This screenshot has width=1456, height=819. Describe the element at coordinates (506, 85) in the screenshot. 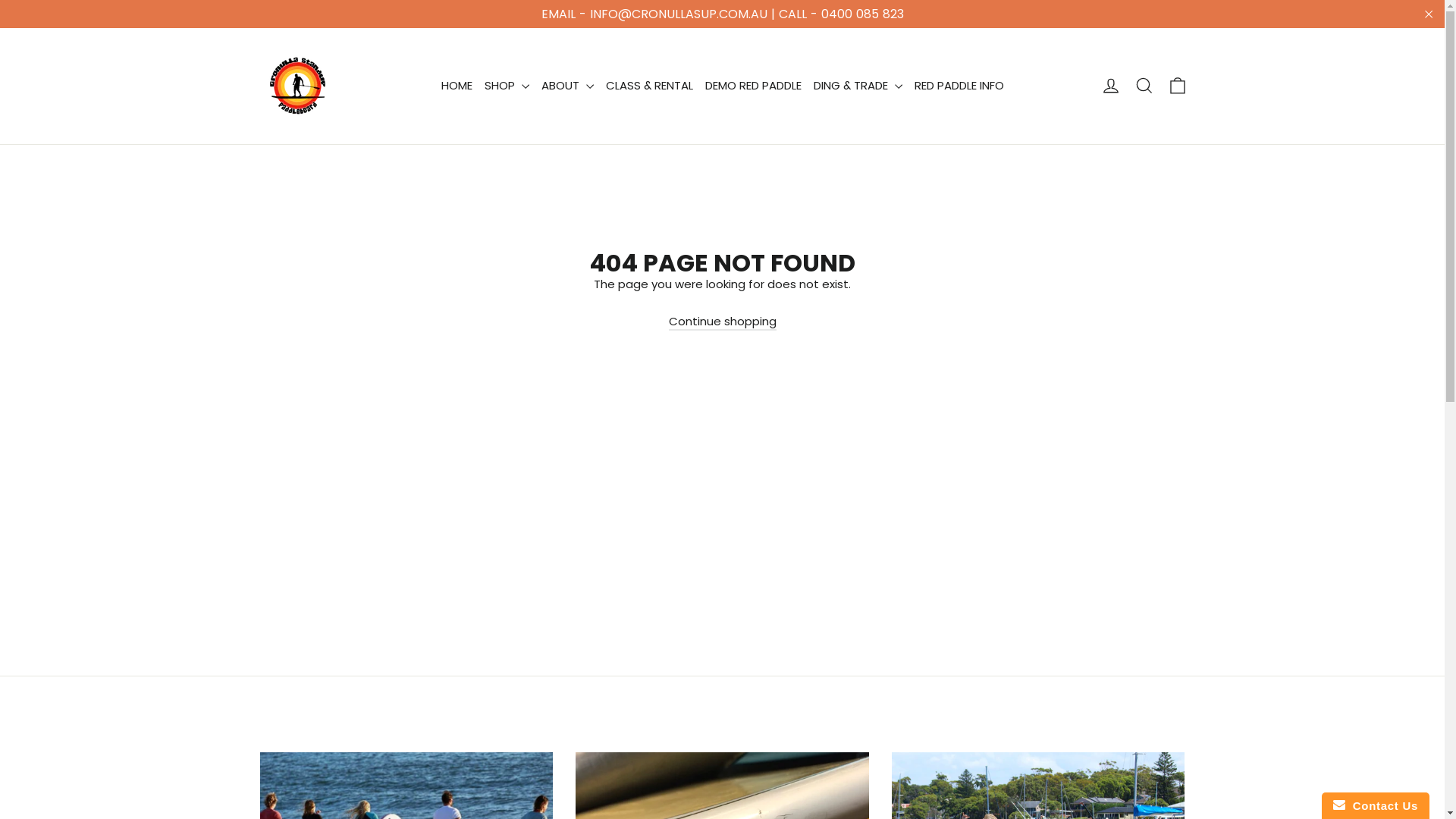

I see `'SHOP'` at that location.